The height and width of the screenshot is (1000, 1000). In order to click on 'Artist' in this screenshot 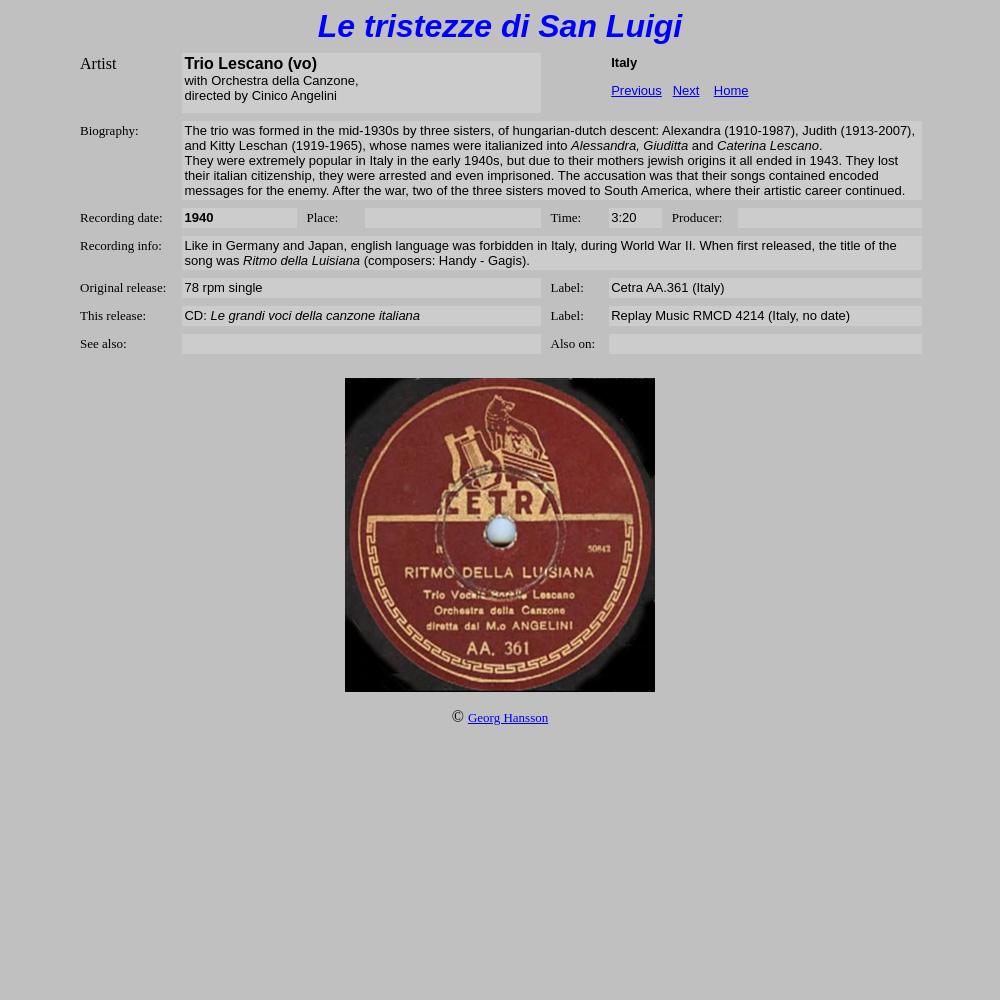, I will do `click(79, 62)`.